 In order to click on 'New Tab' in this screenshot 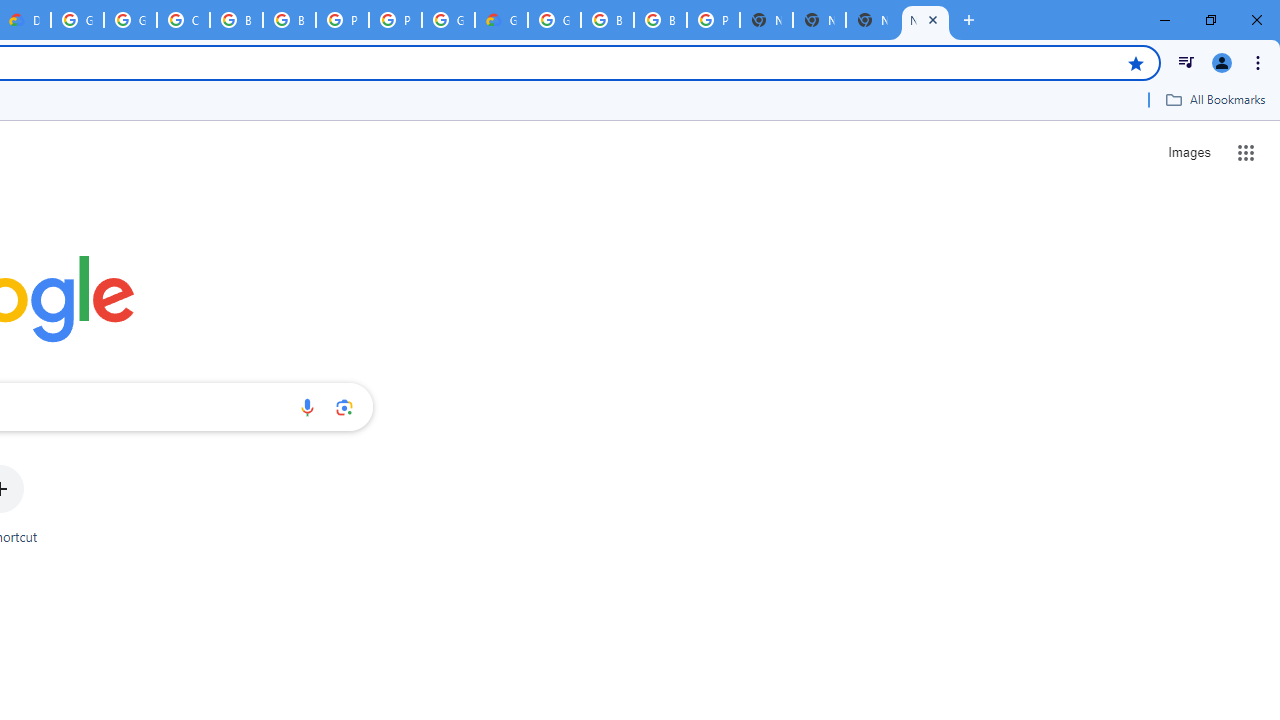, I will do `click(924, 20)`.